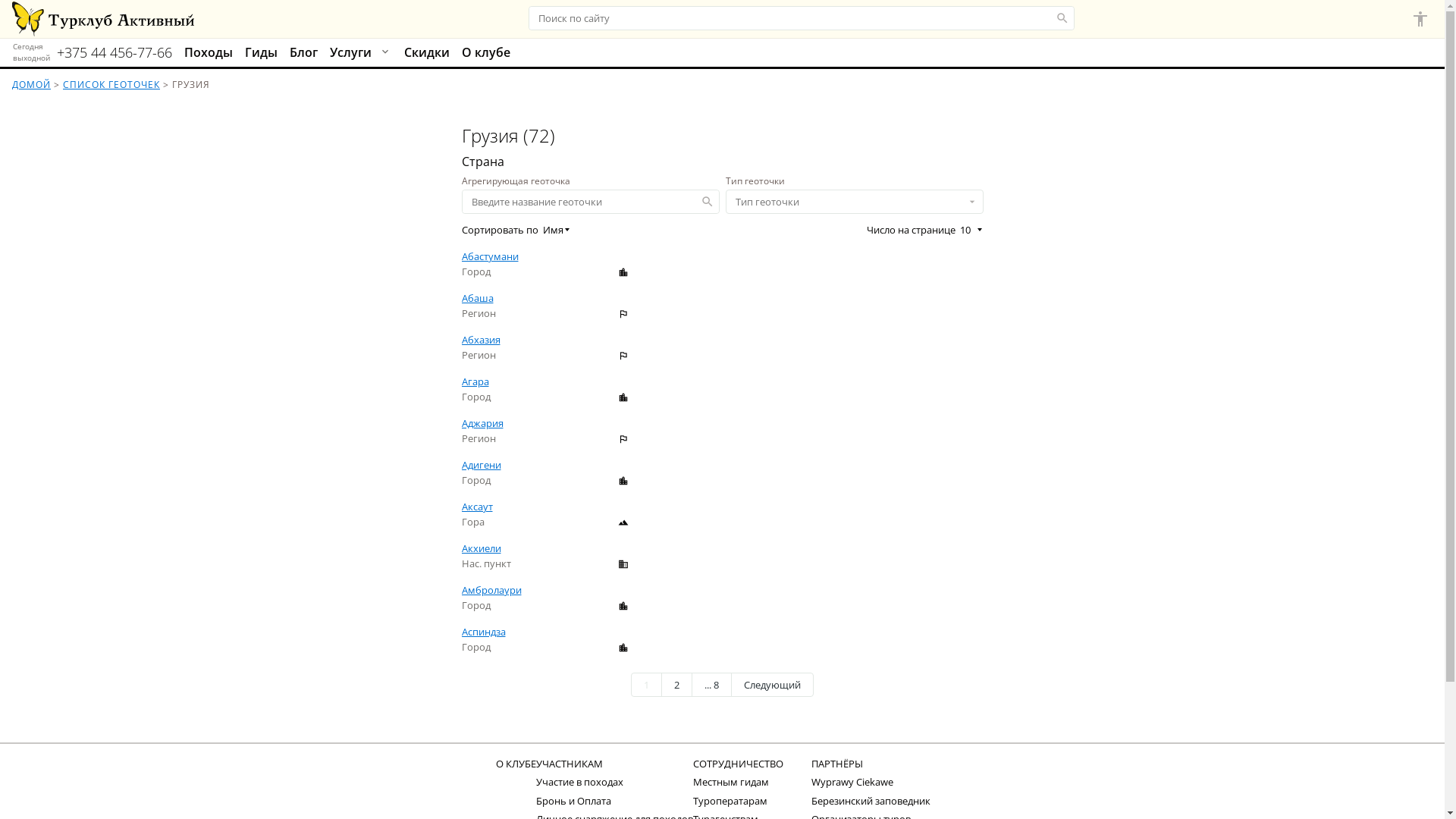  Describe the element at coordinates (852, 781) in the screenshot. I see `'Wyprawy Ciekawe'` at that location.